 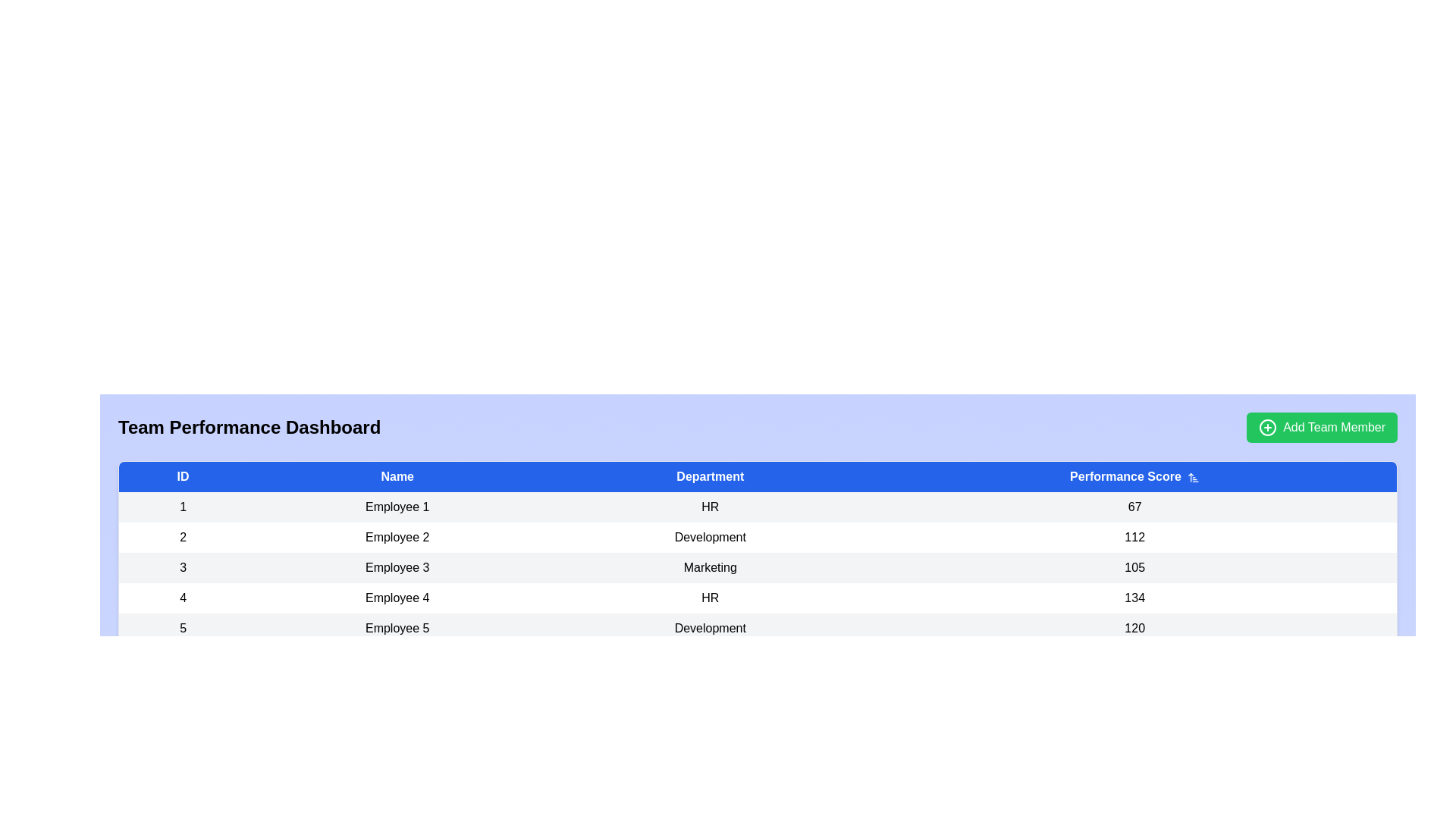 I want to click on the header text 'Team Performance Dashboard' to focus on it, so click(x=249, y=427).